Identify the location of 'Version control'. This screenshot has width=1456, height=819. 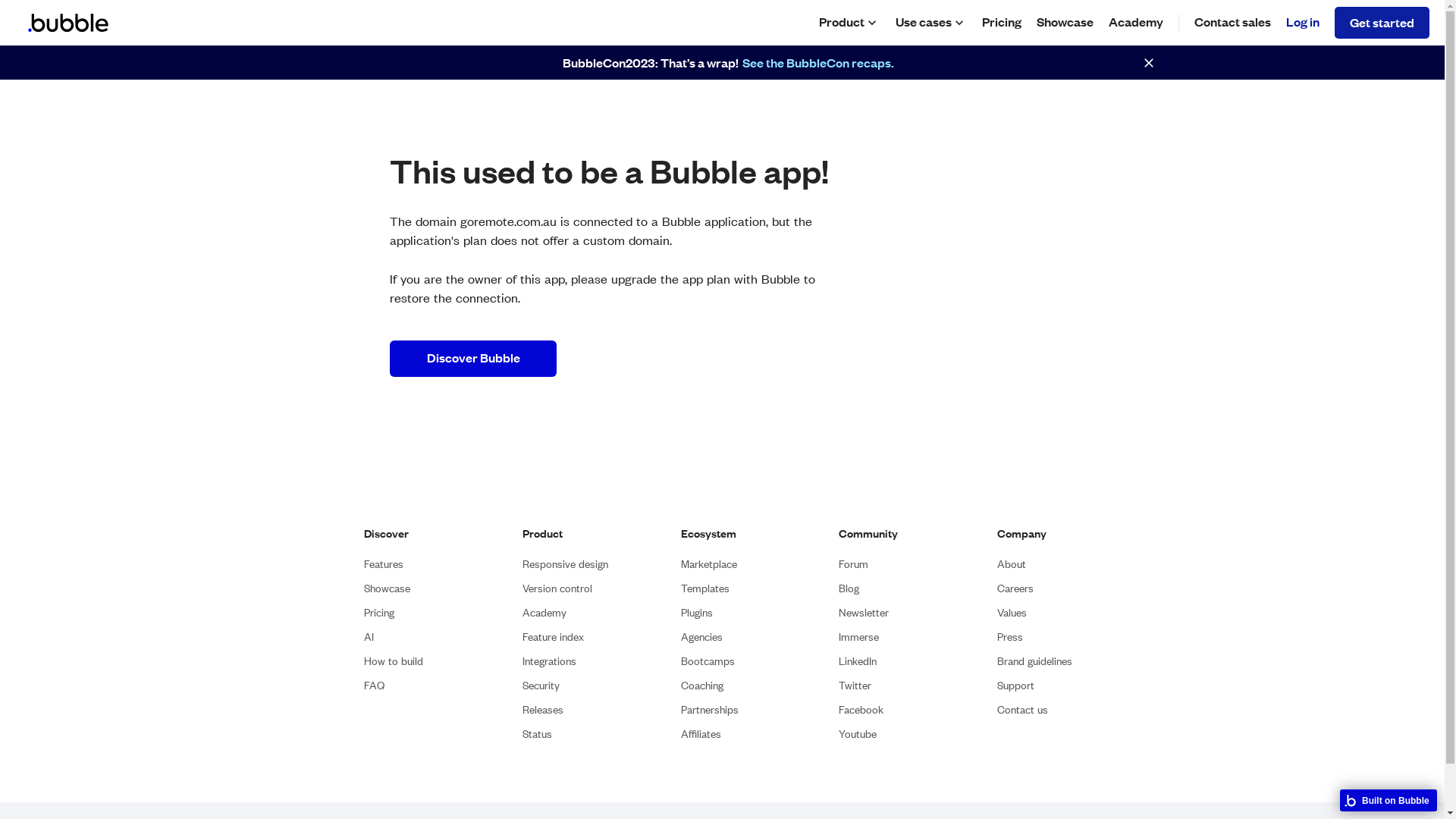
(556, 587).